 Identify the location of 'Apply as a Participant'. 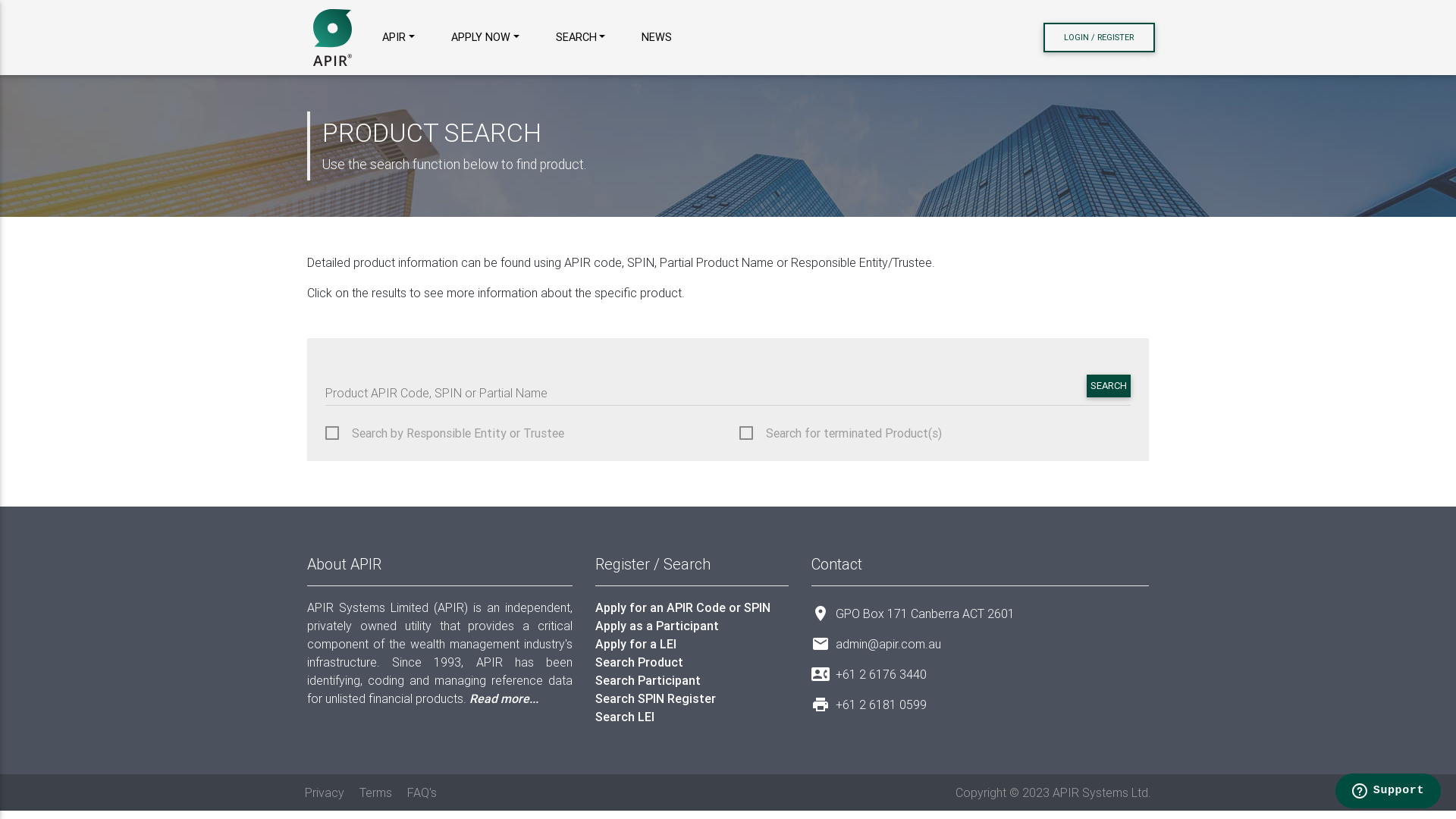
(691, 626).